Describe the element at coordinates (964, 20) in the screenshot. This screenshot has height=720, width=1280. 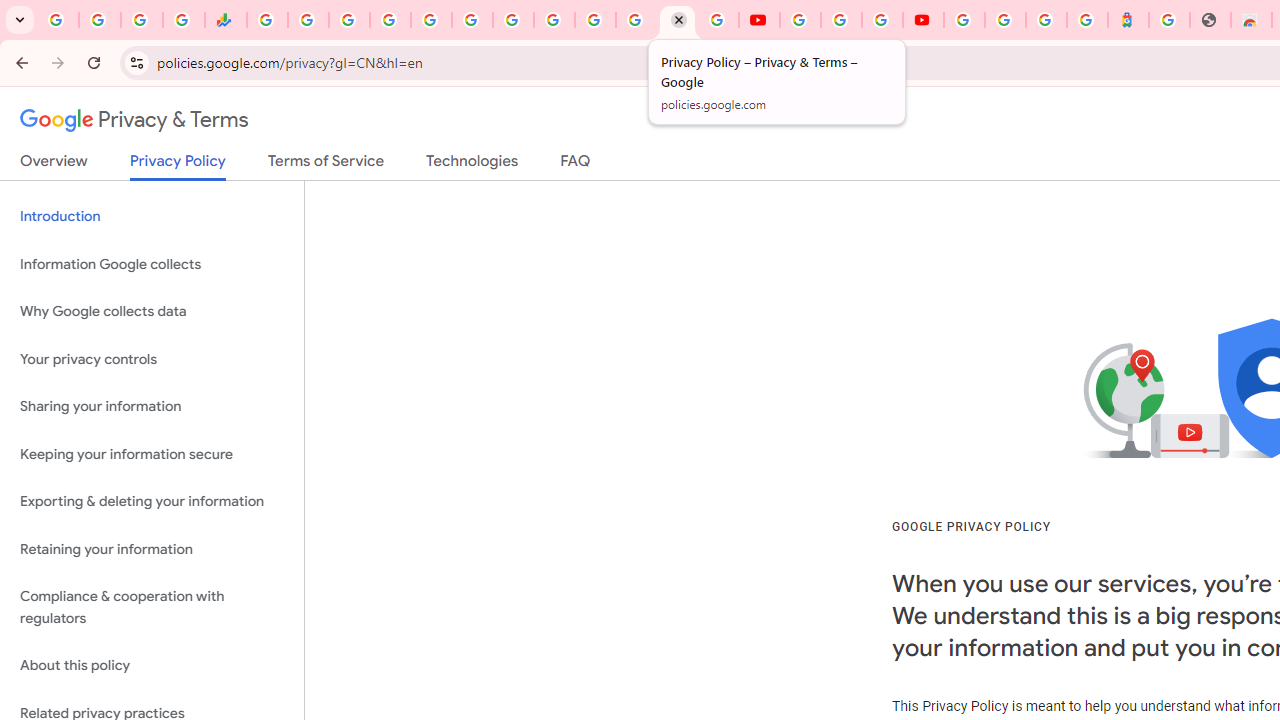
I see `'Sign in - Google Accounts'` at that location.